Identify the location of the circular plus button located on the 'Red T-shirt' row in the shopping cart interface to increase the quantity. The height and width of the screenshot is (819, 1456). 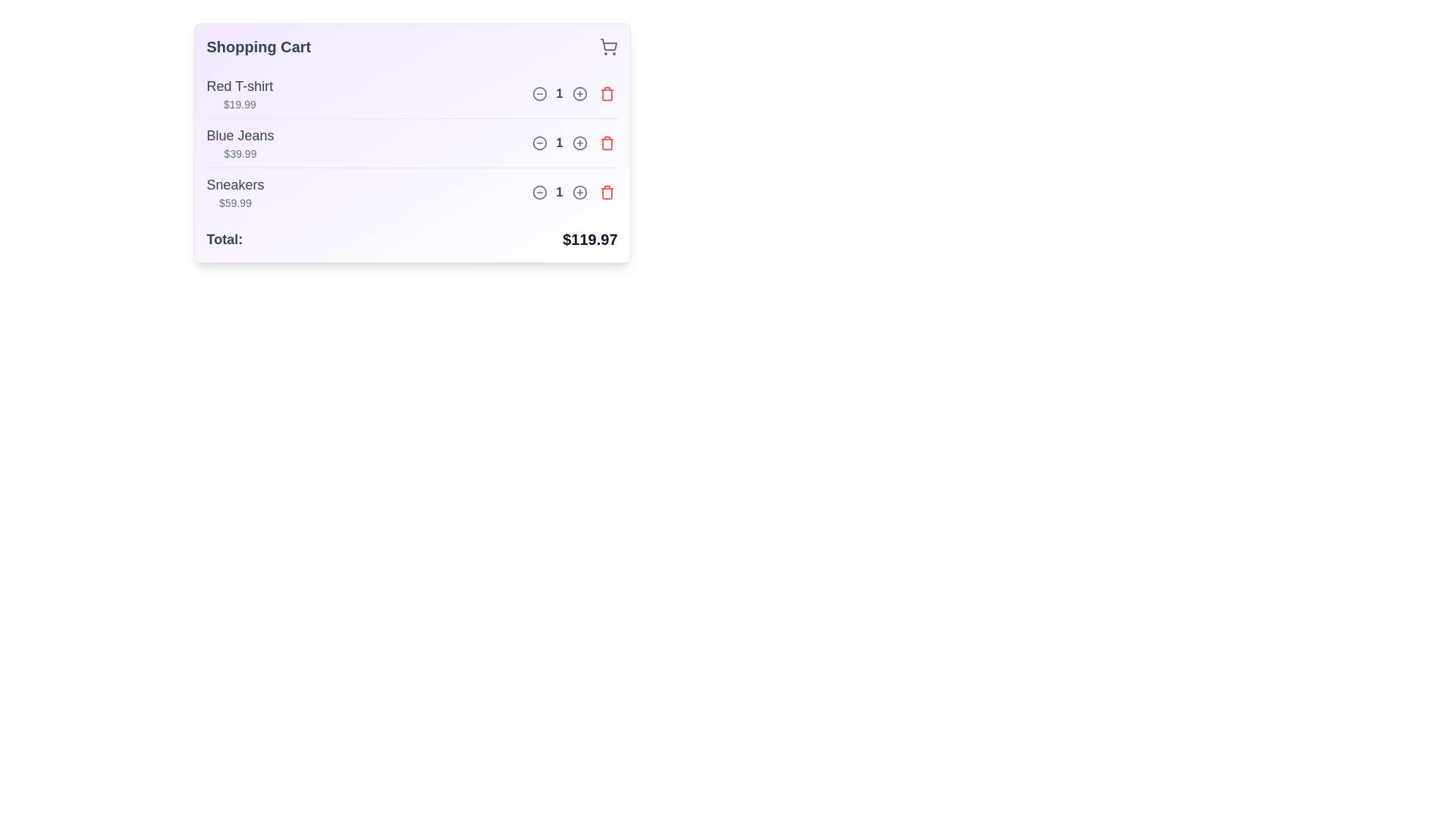
(579, 93).